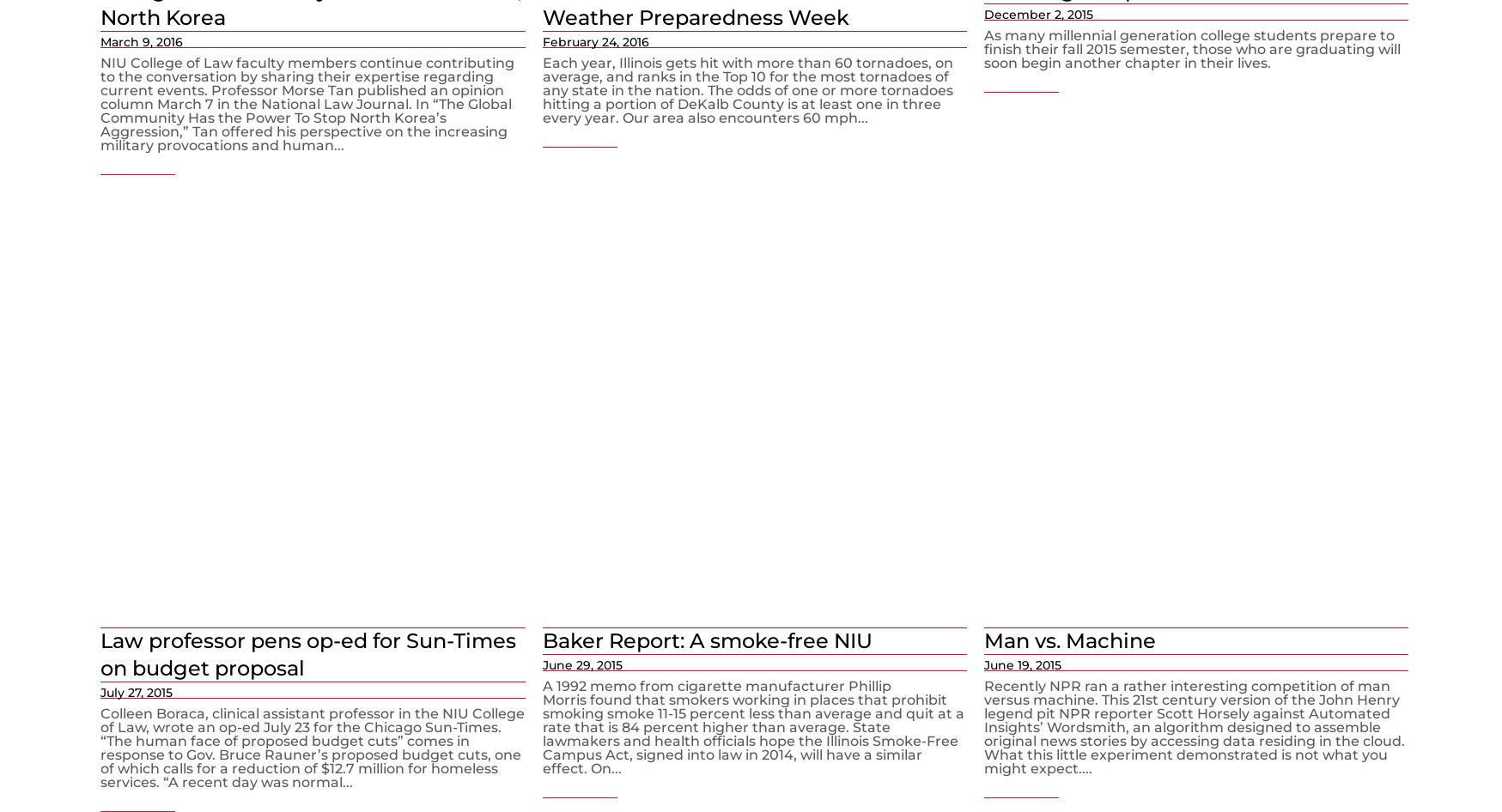 This screenshot has width=1502, height=812. What do you see at coordinates (706, 639) in the screenshot?
I see `'Baker Report: A smoke-free NIU'` at bounding box center [706, 639].